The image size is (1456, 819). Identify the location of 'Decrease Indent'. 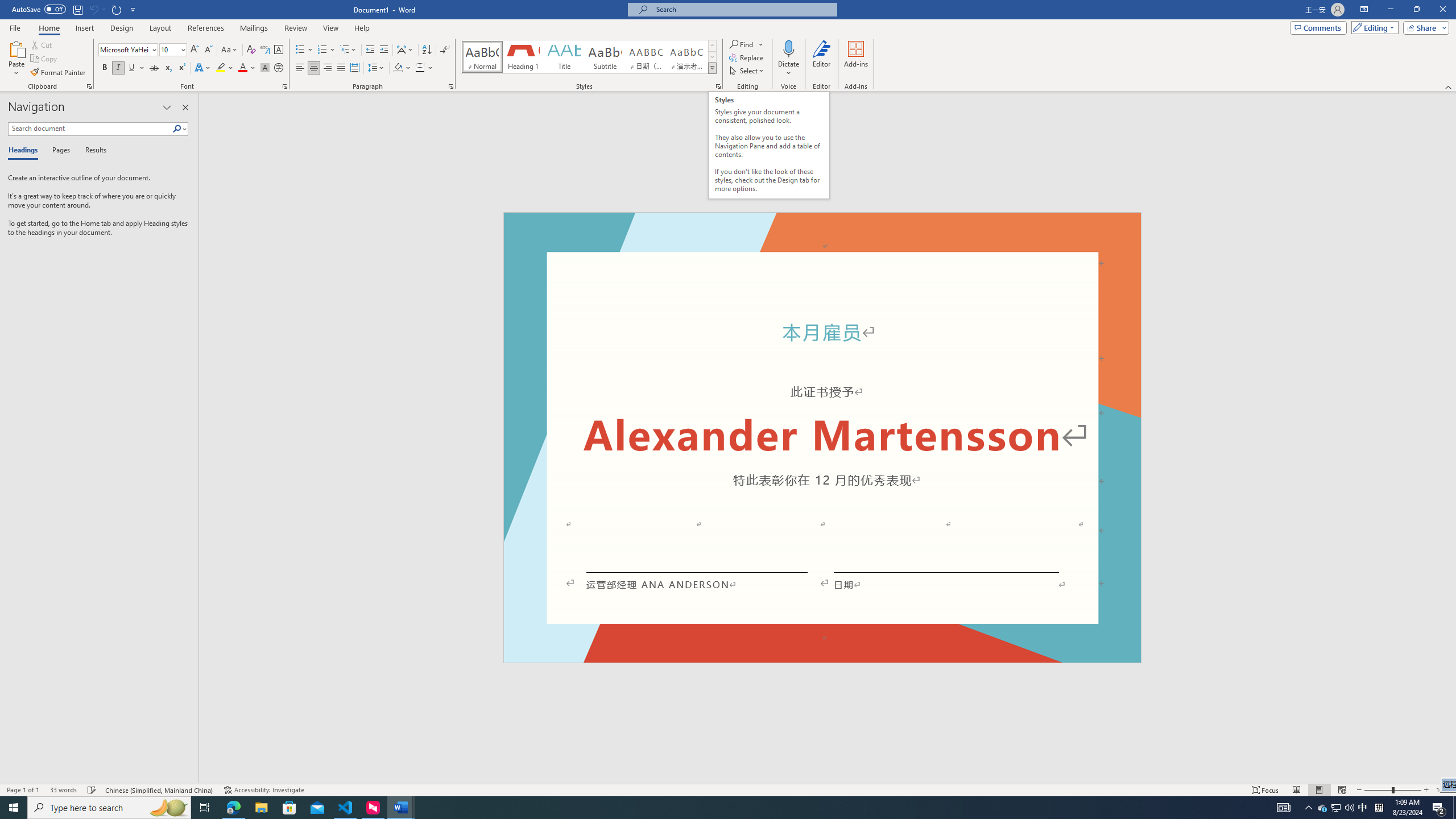
(370, 49).